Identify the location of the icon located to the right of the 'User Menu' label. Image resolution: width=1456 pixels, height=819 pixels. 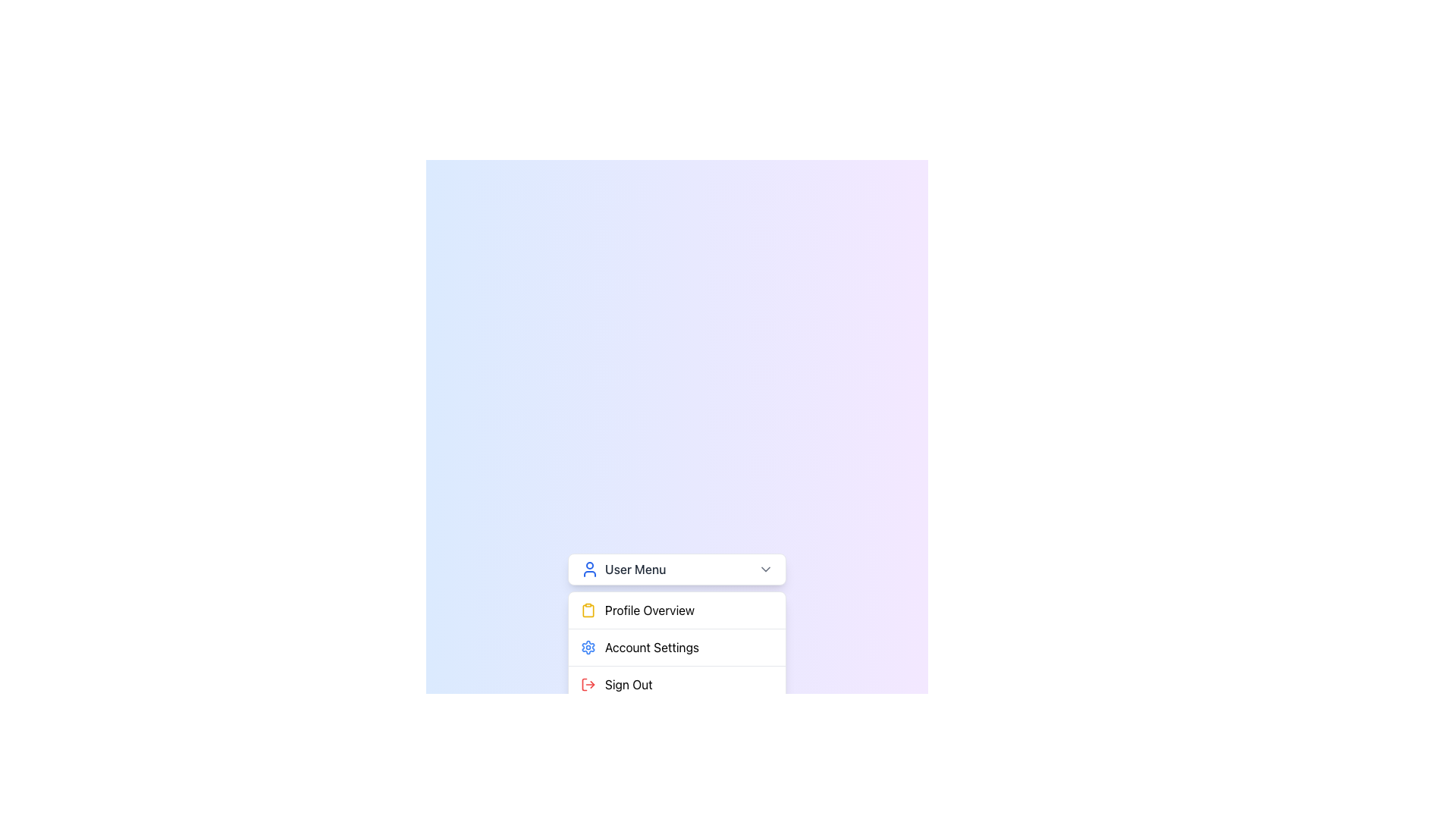
(765, 570).